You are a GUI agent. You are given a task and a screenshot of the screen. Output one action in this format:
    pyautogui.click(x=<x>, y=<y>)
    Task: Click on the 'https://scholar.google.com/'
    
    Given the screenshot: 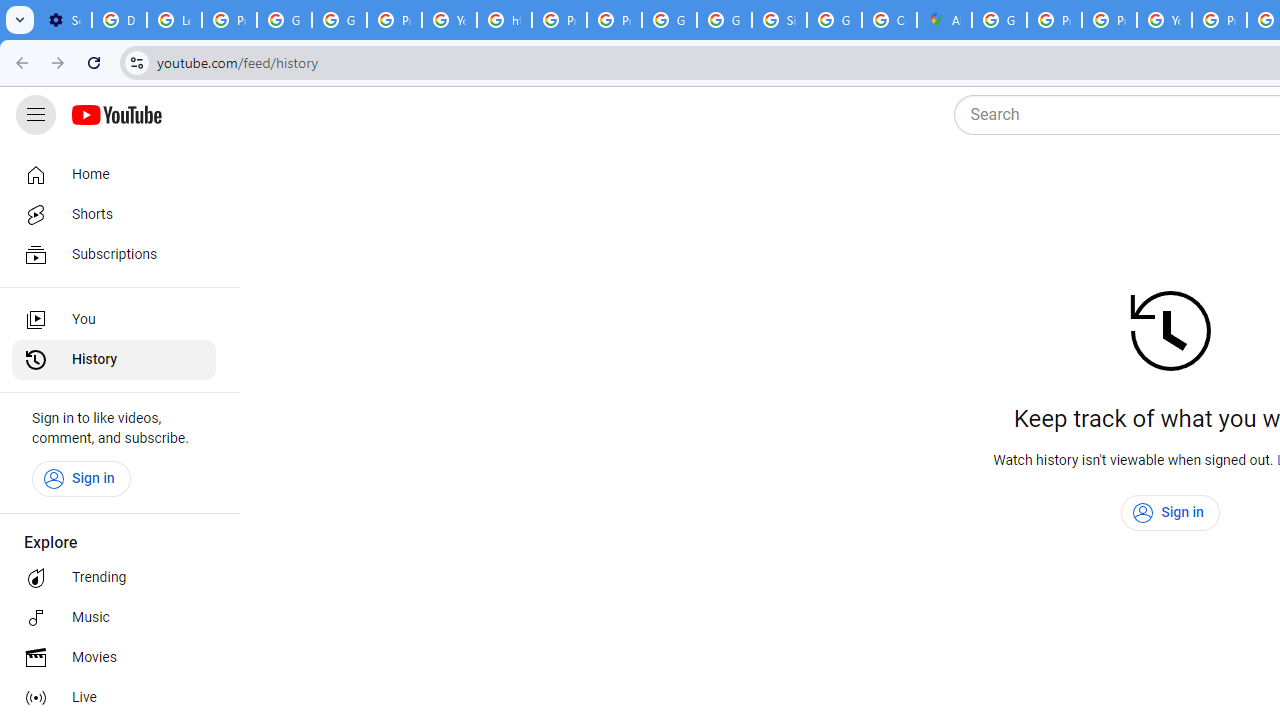 What is the action you would take?
    pyautogui.click(x=504, y=20)
    